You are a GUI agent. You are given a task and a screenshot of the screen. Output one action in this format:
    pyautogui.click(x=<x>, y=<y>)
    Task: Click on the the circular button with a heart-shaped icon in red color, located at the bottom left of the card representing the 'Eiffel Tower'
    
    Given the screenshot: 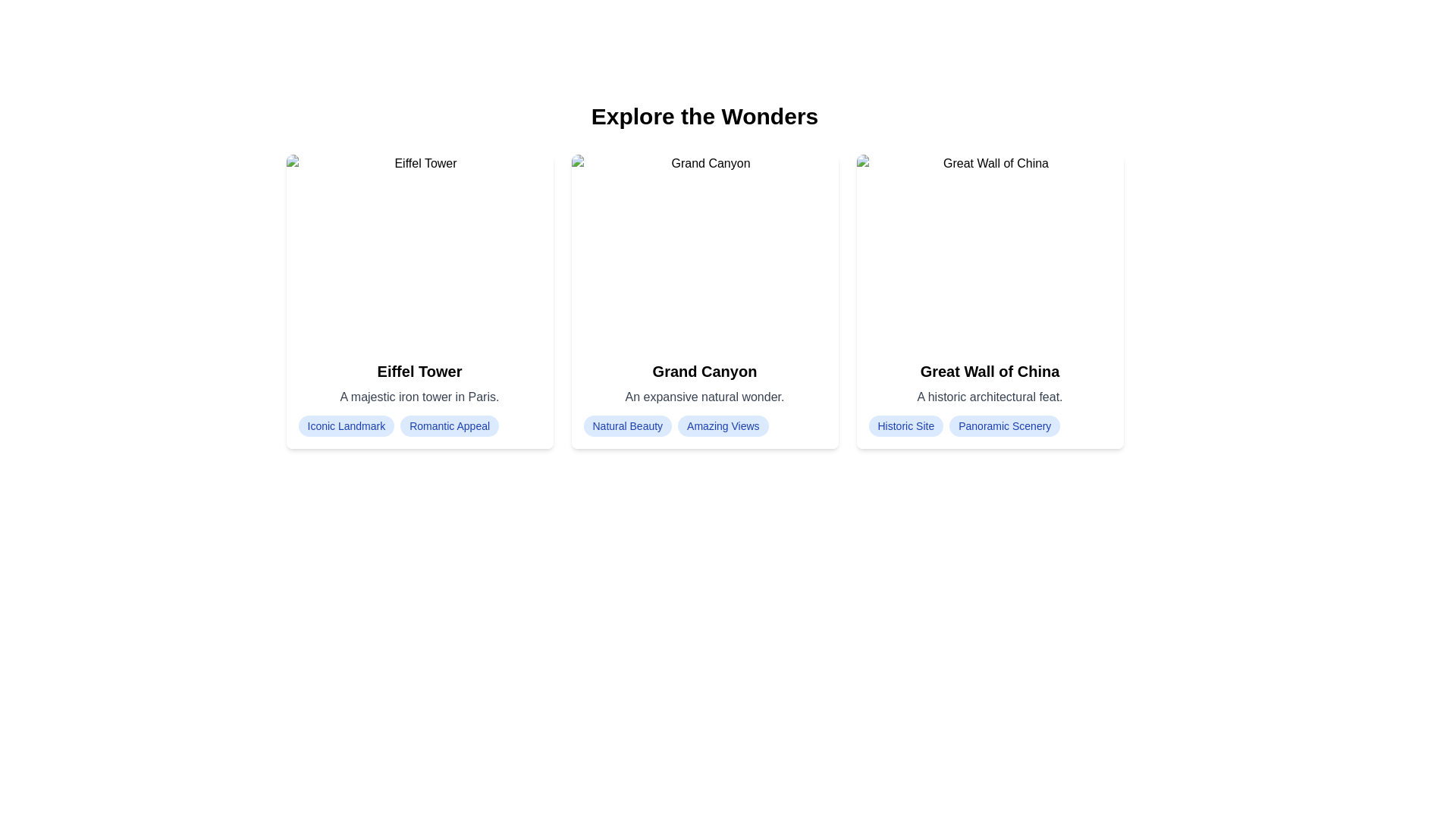 What is the action you would take?
    pyautogui.click(x=312, y=421)
    